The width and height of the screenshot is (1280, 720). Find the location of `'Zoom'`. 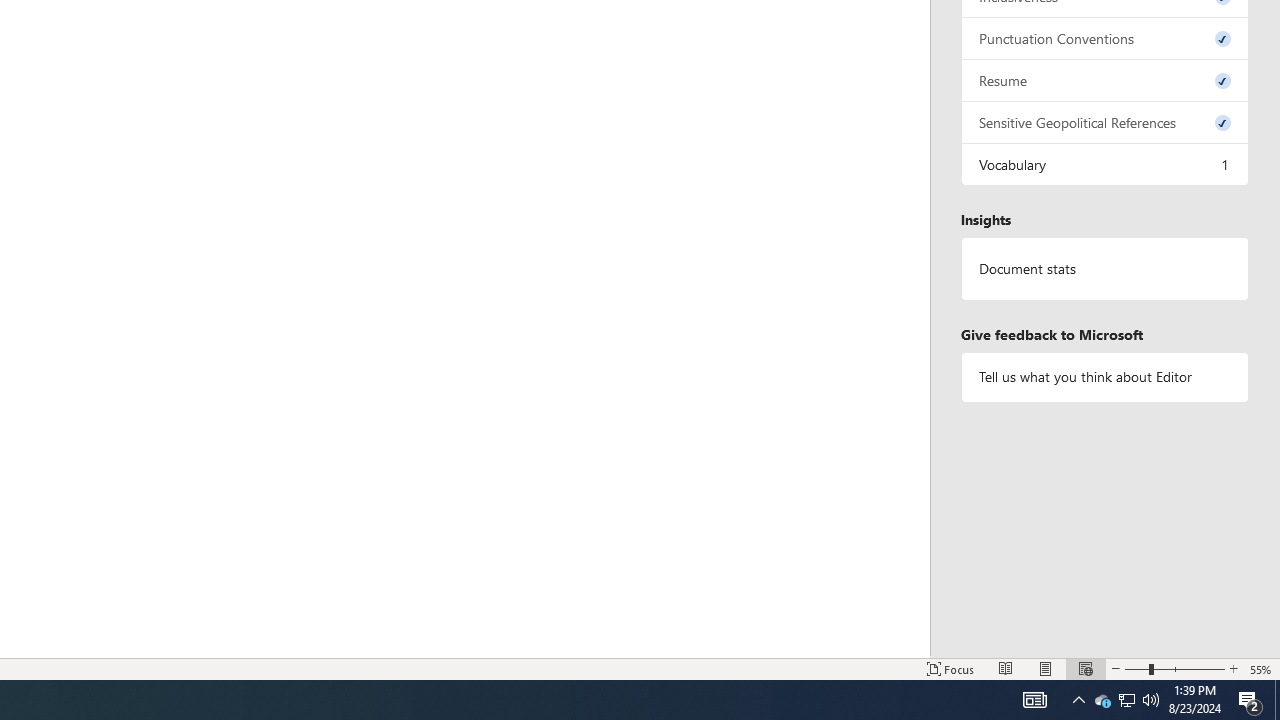

'Zoom' is located at coordinates (1175, 669).